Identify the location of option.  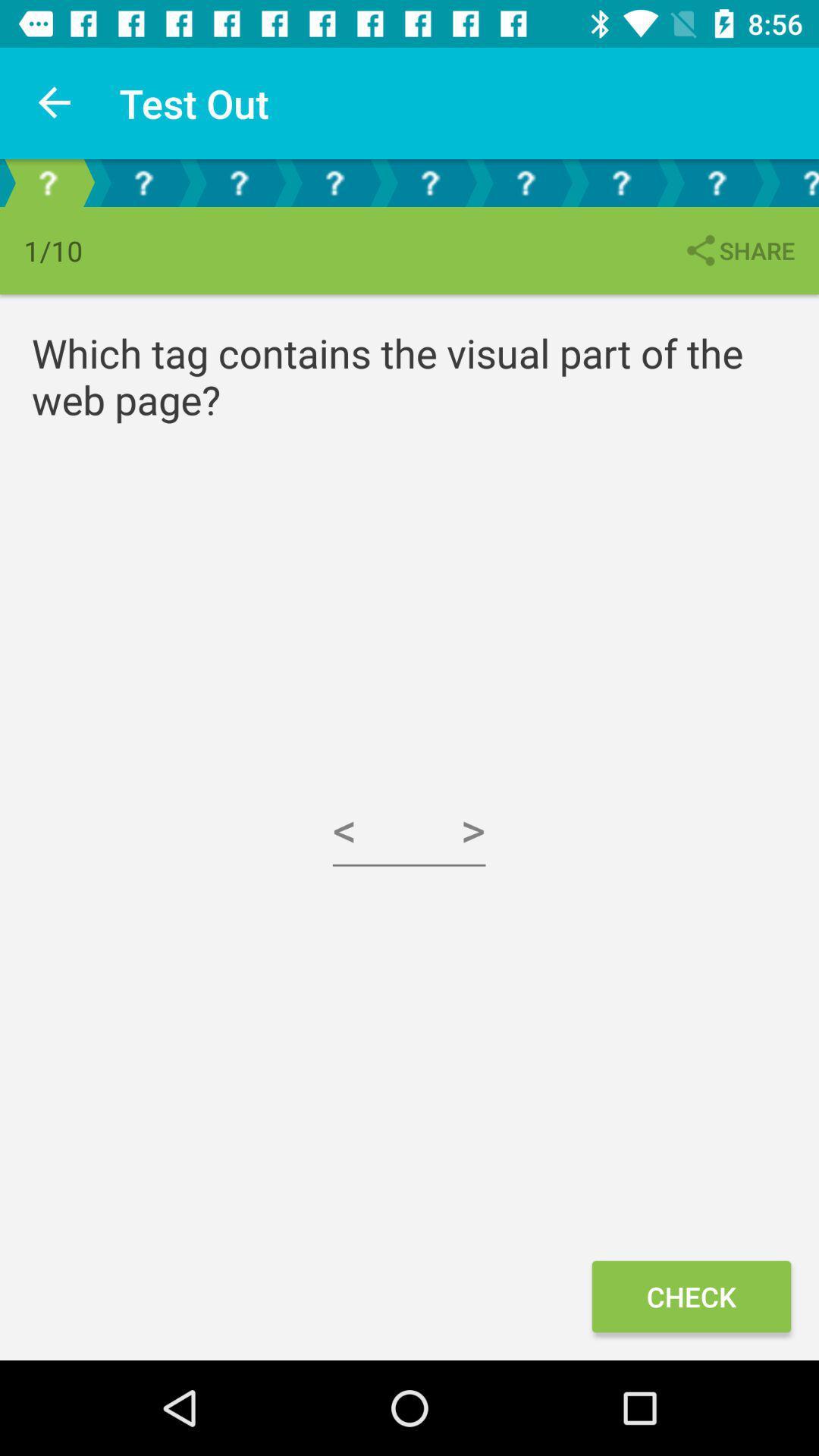
(239, 182).